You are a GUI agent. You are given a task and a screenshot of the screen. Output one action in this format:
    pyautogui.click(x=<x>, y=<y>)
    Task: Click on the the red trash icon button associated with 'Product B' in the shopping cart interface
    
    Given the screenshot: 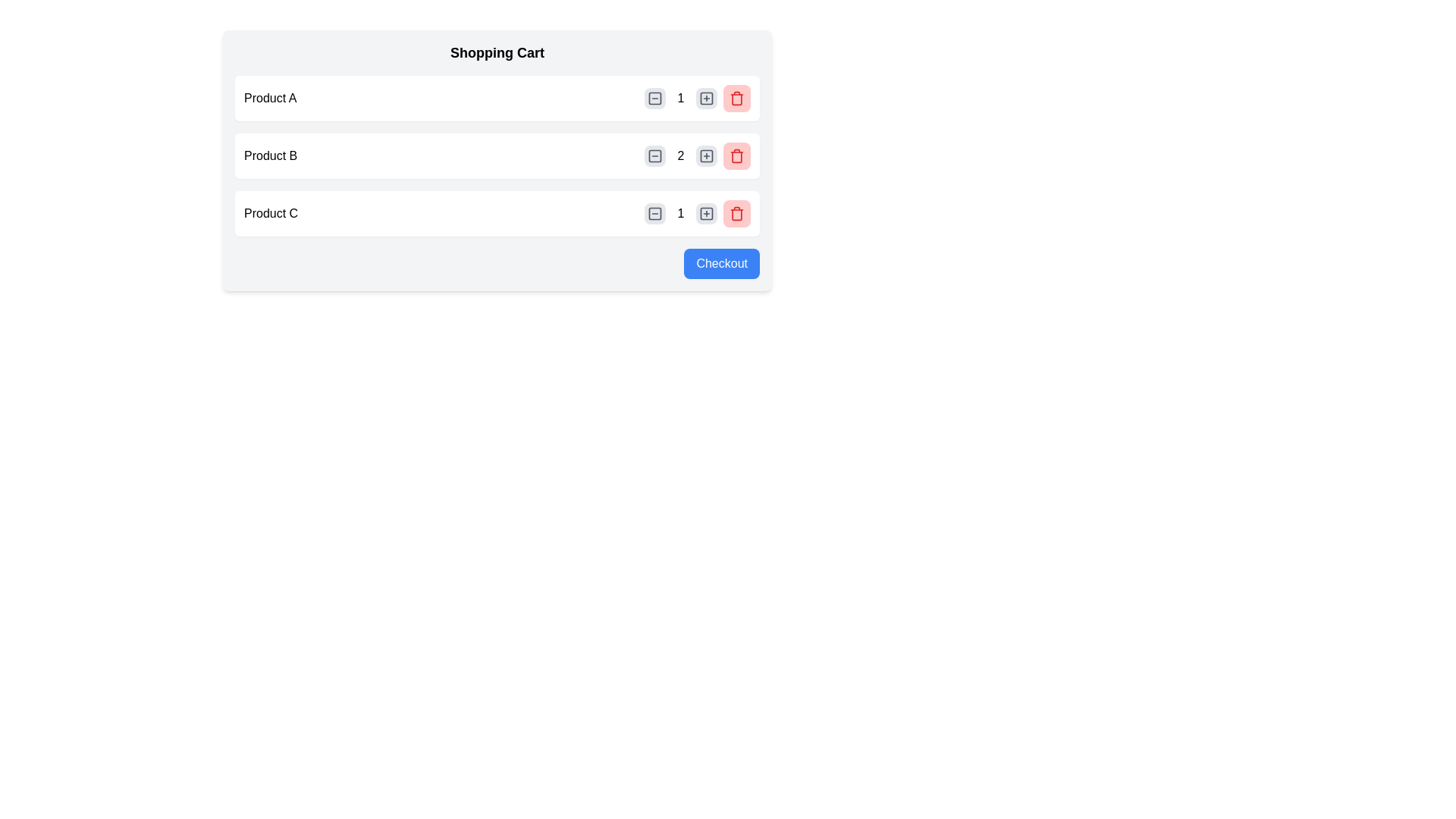 What is the action you would take?
    pyautogui.click(x=736, y=155)
    